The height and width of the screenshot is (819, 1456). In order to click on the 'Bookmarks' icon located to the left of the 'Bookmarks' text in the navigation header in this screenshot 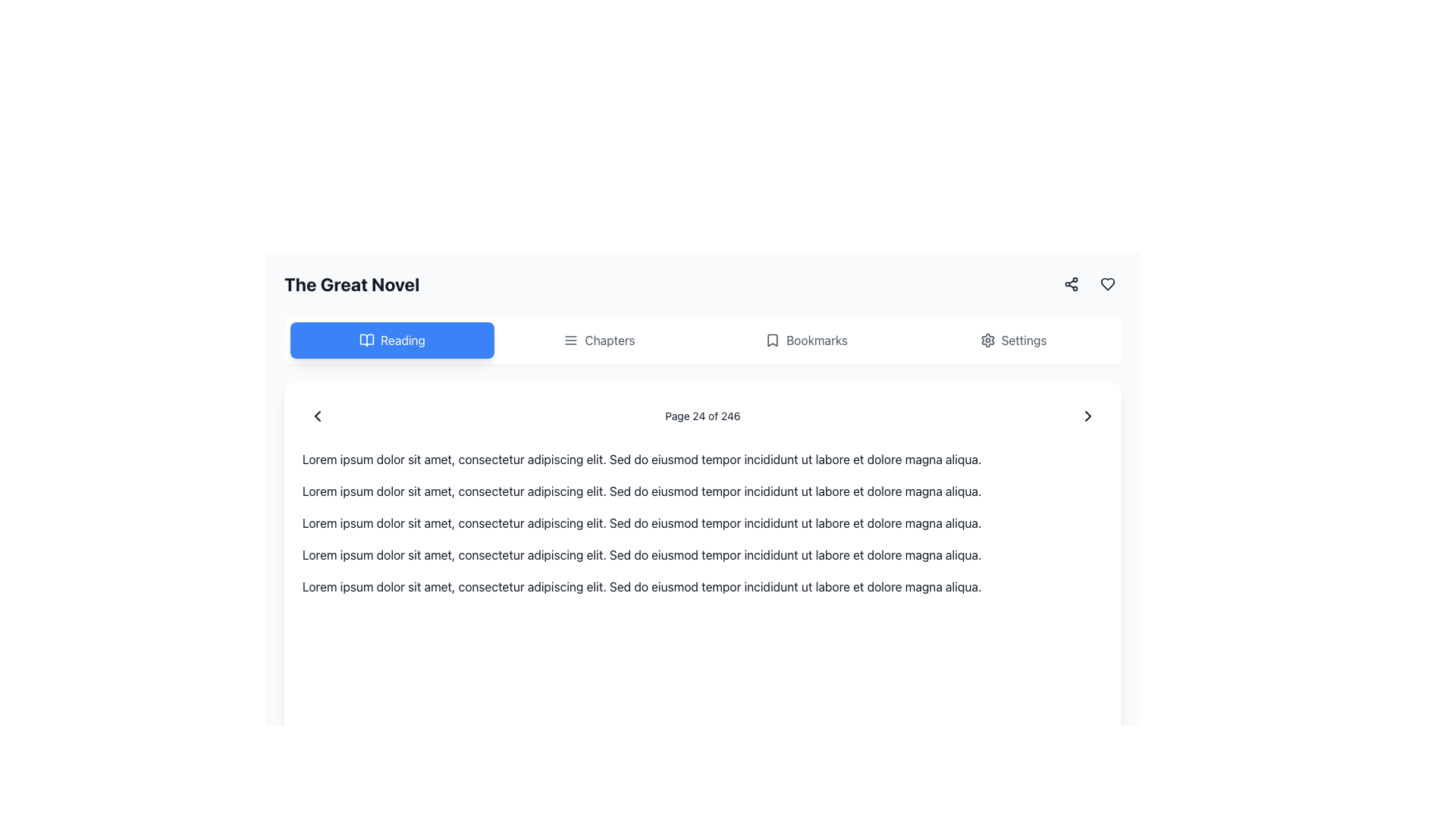, I will do `click(773, 339)`.